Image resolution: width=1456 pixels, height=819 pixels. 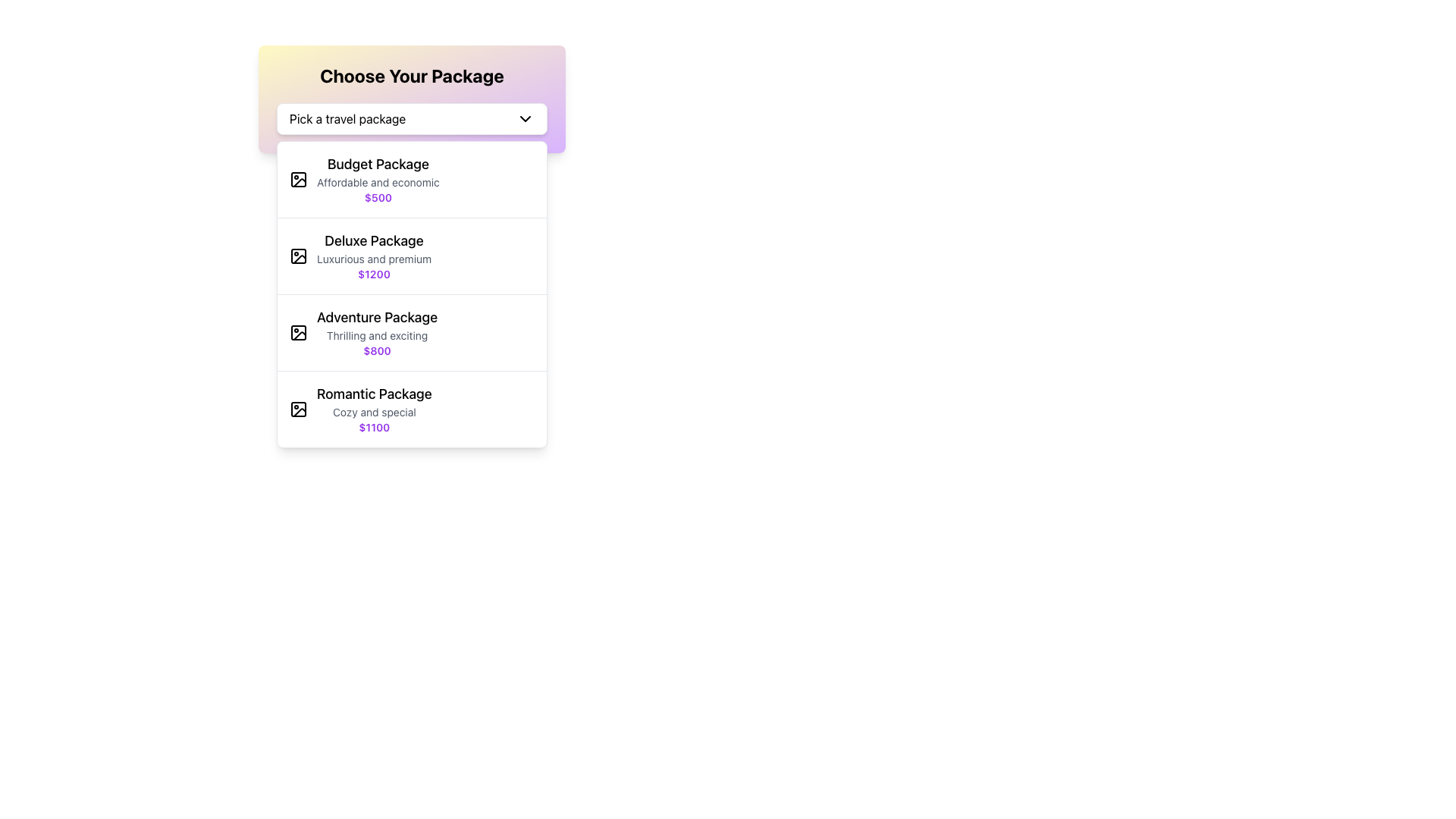 I want to click on the 'Adventure Package' list item, so click(x=377, y=332).